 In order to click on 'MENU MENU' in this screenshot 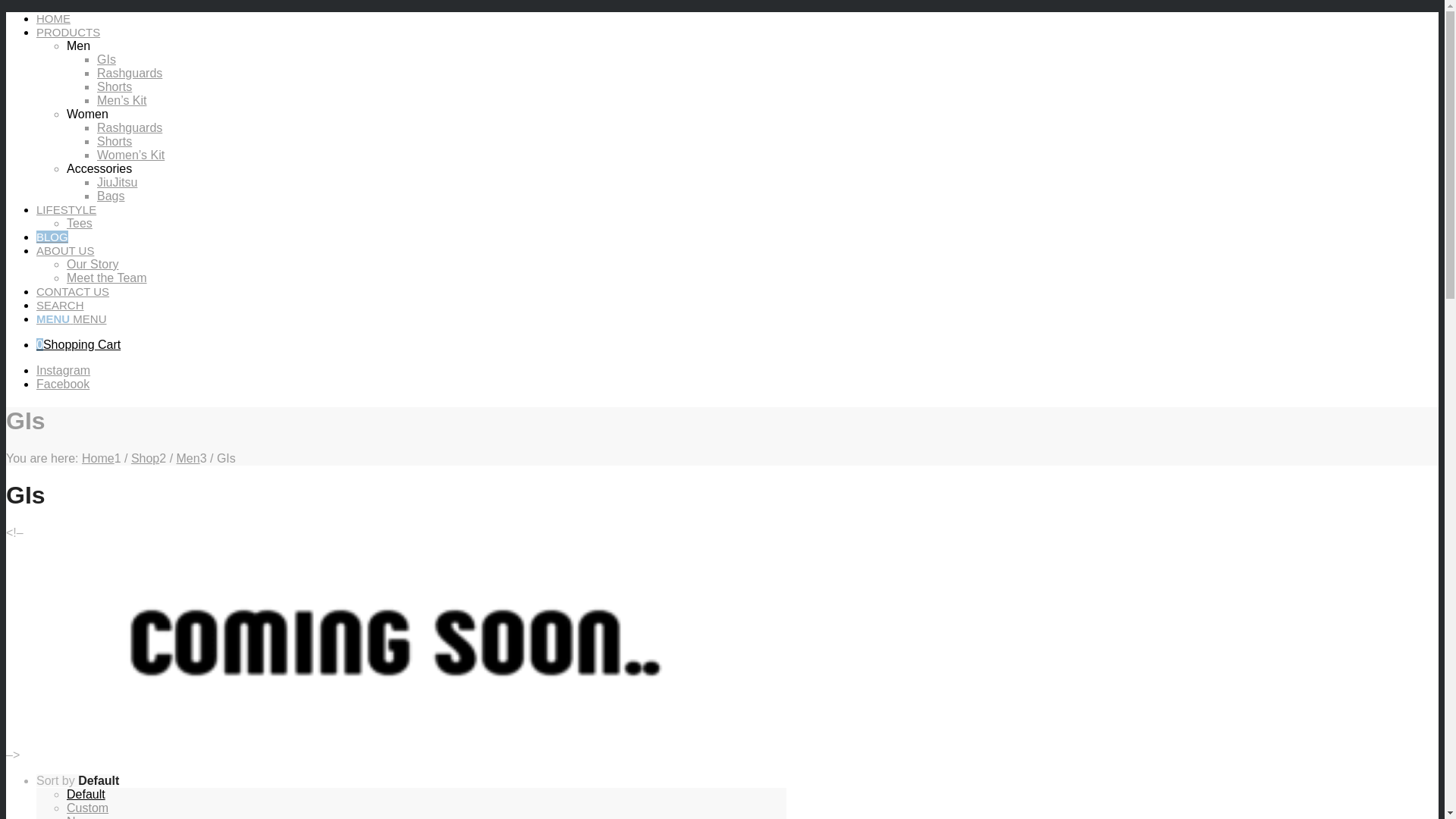, I will do `click(71, 318)`.